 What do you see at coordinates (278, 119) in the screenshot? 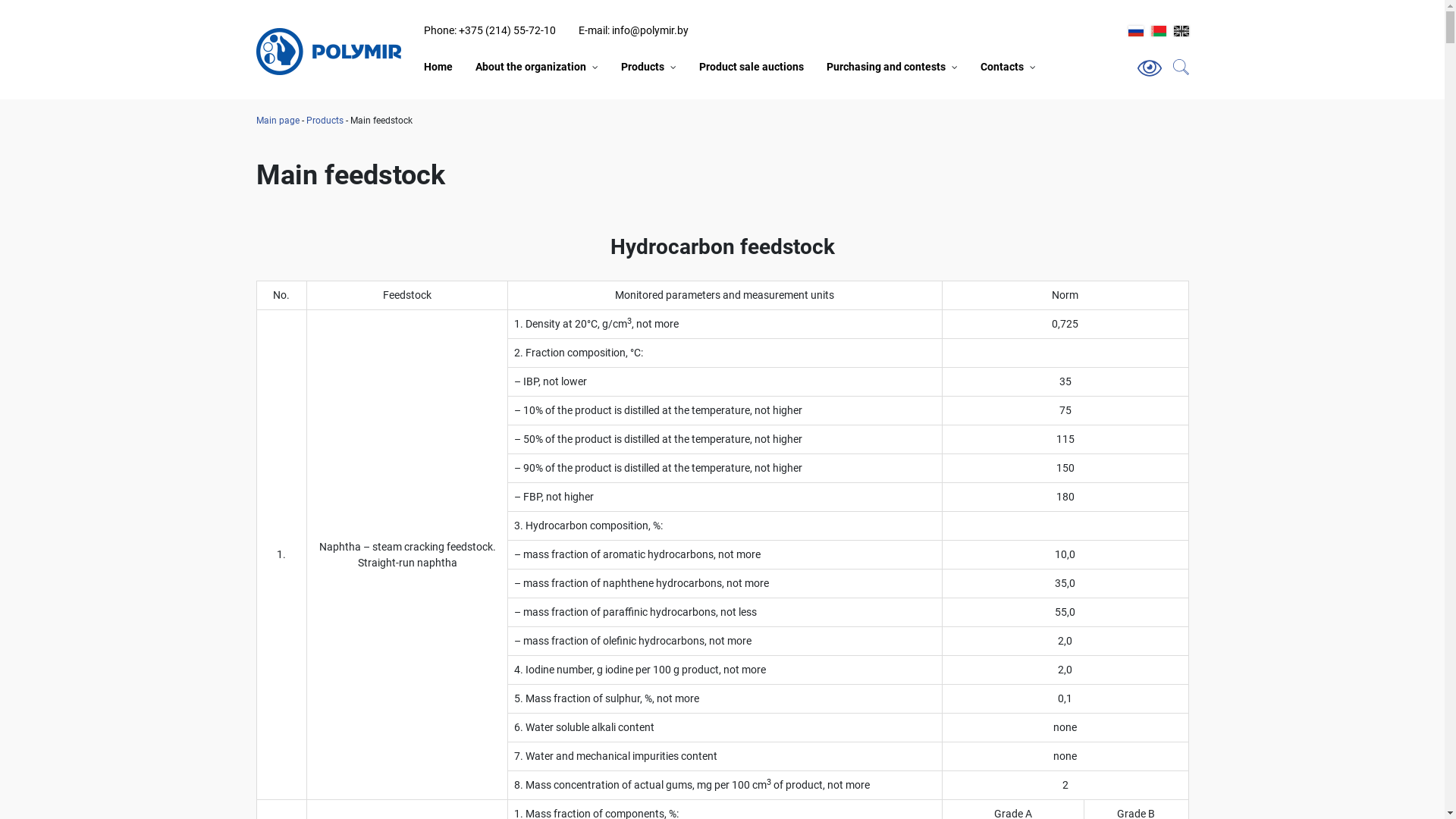
I see `'Main page'` at bounding box center [278, 119].